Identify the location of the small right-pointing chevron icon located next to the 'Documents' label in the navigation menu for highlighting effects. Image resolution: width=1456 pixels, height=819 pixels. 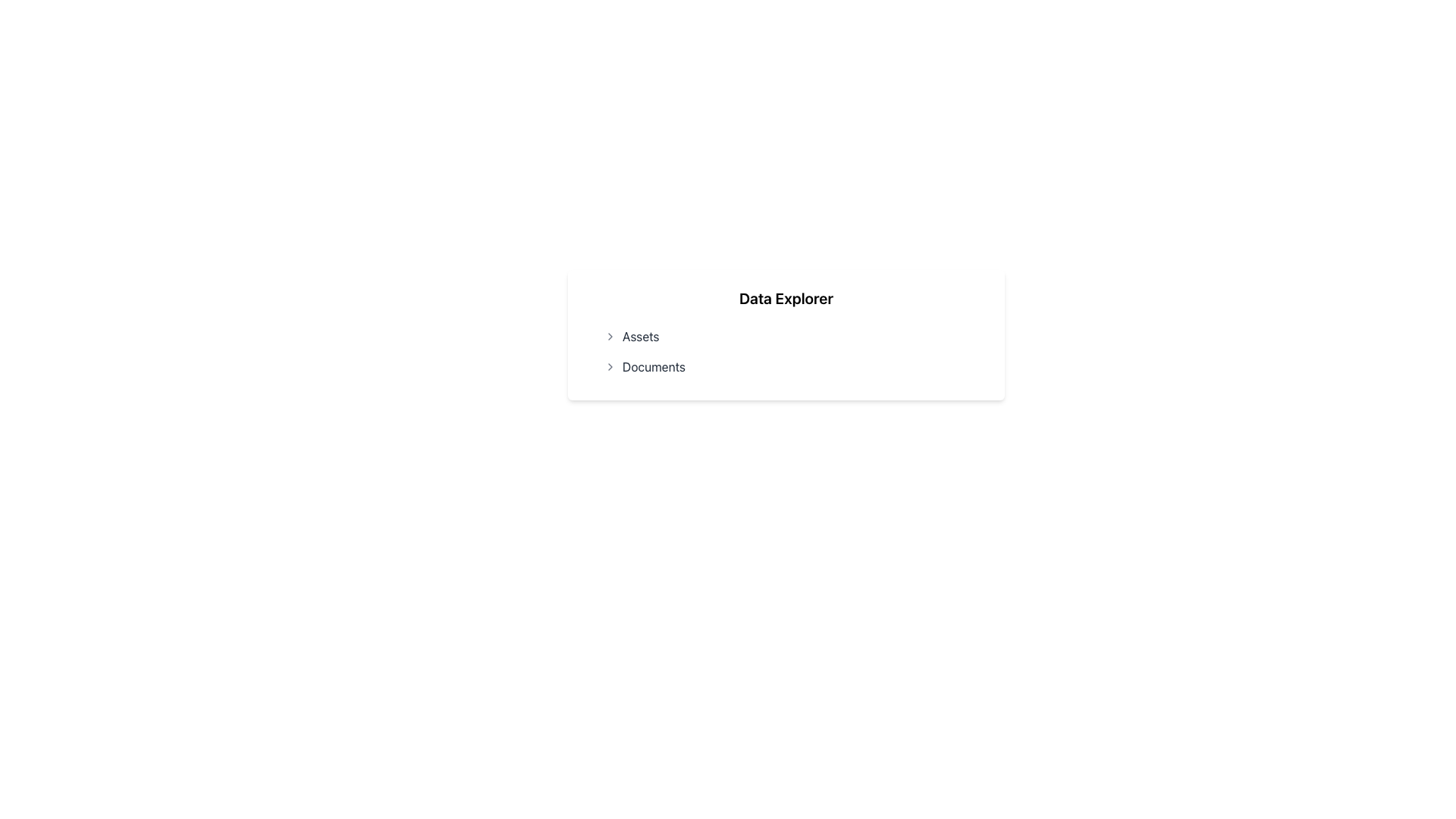
(610, 366).